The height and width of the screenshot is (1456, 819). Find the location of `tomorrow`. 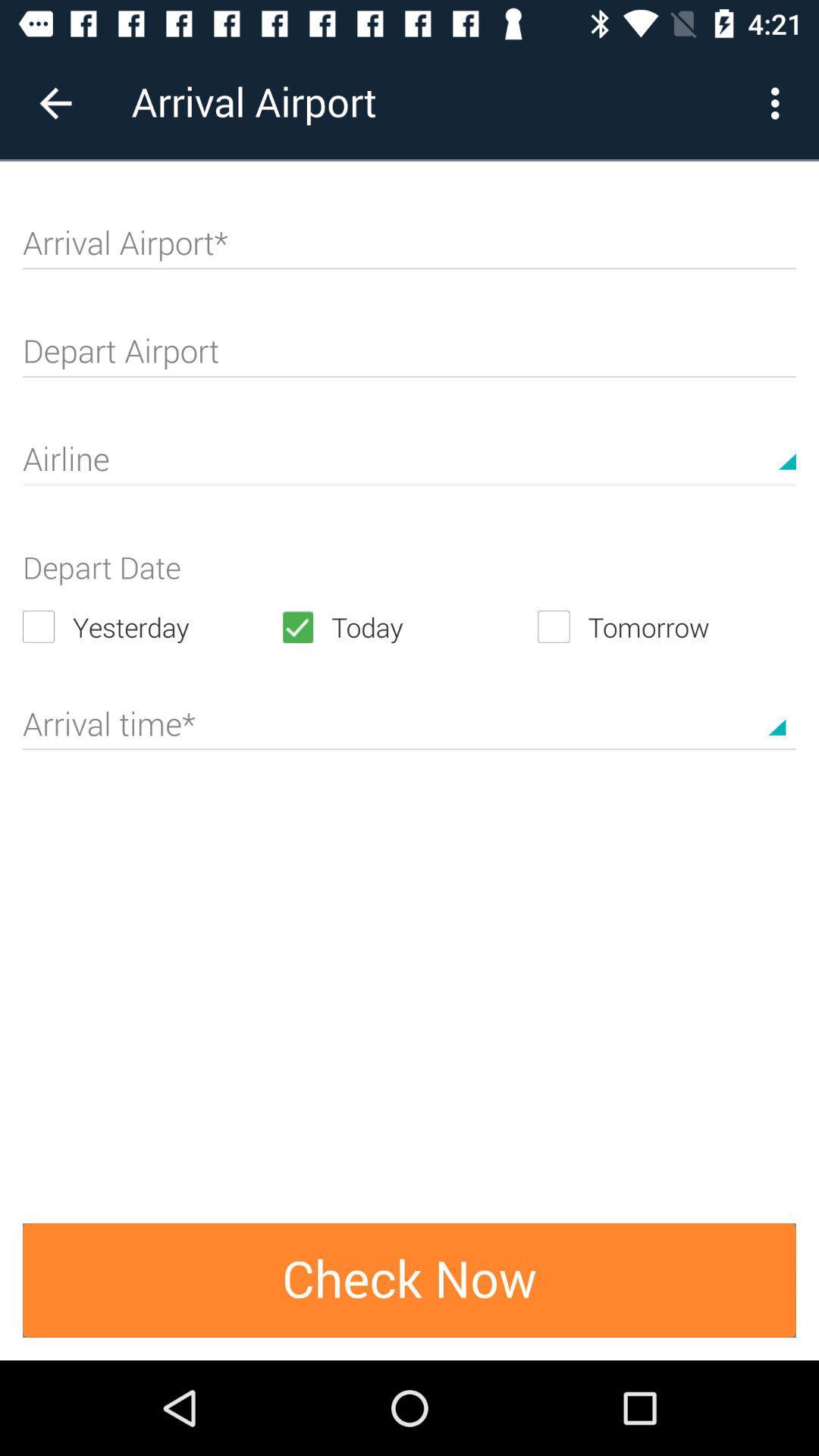

tomorrow is located at coordinates (666, 626).